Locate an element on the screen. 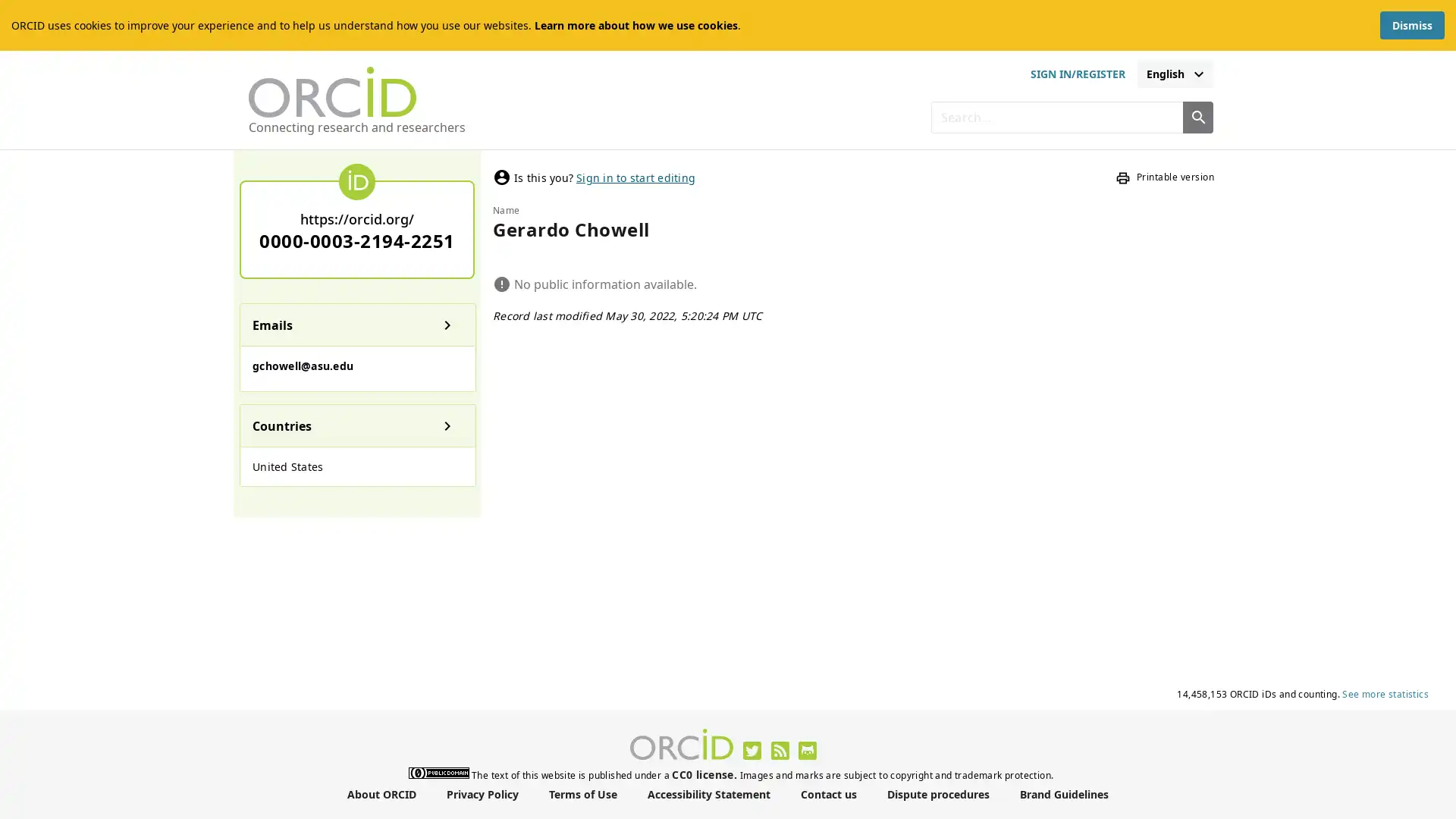 This screenshot has width=1456, height=819. Printable version is located at coordinates (1164, 177).